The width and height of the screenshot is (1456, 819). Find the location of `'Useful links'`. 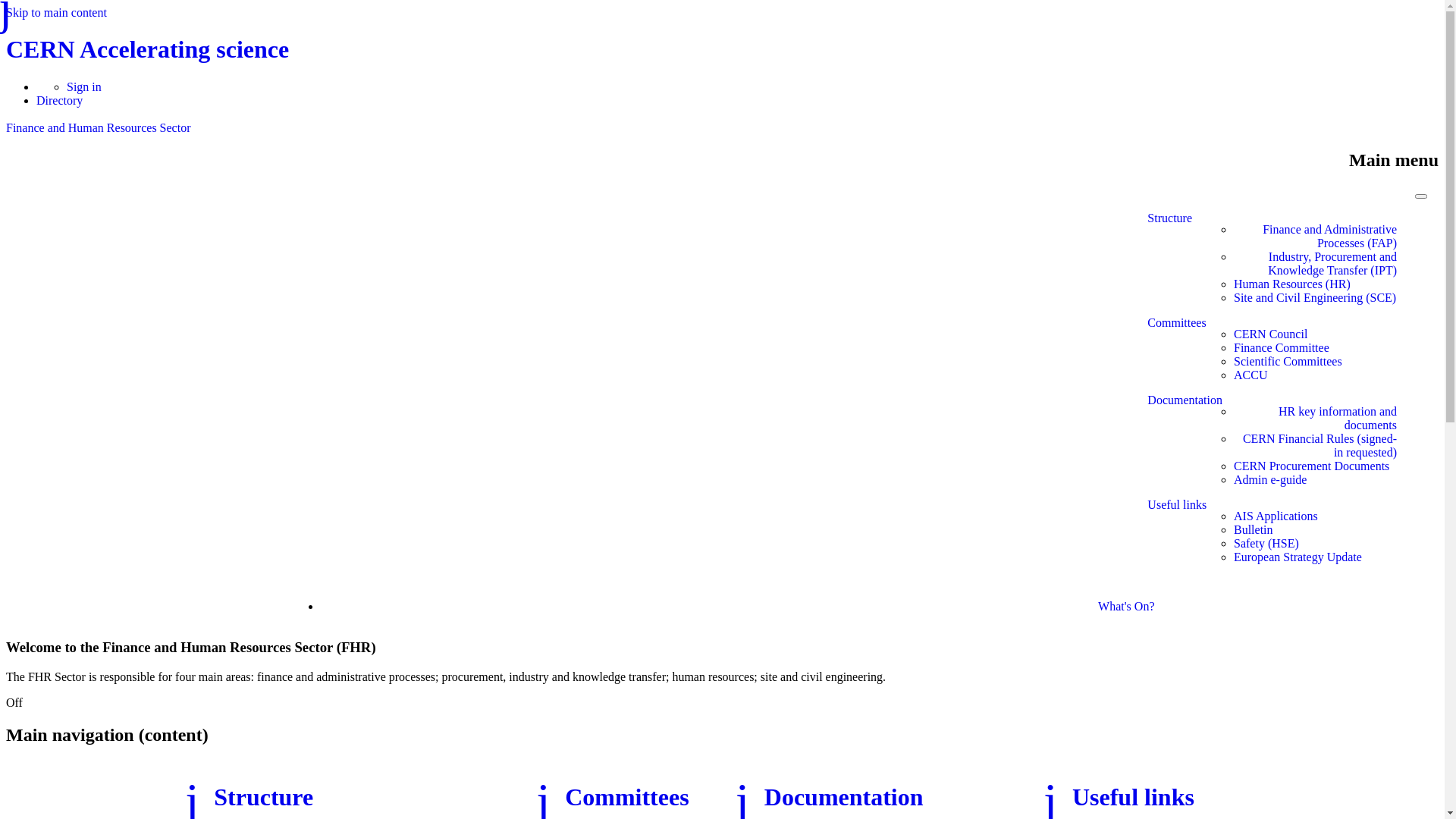

'Useful links' is located at coordinates (1072, 795).